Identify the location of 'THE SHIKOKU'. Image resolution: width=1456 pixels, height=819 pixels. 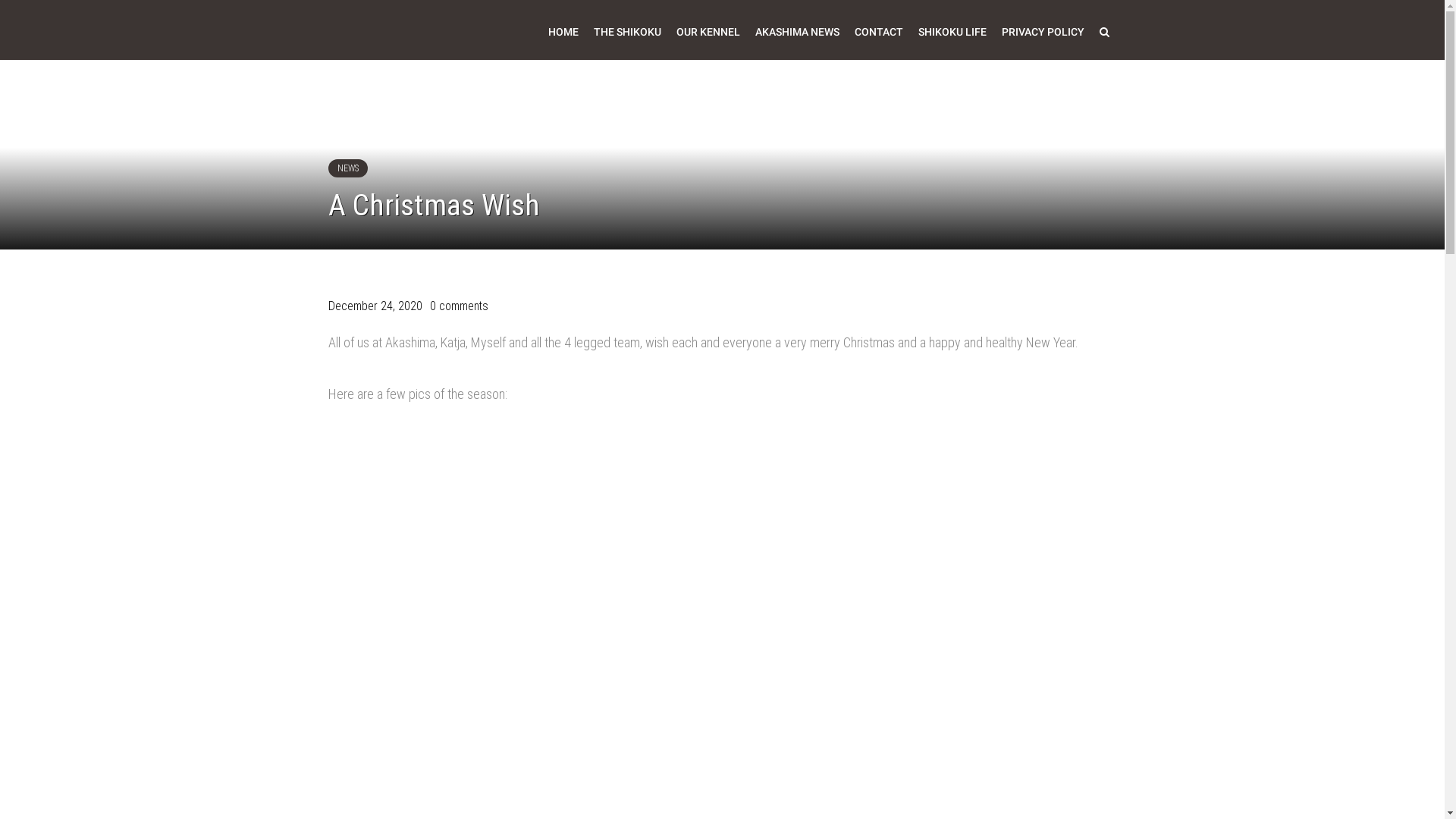
(626, 32).